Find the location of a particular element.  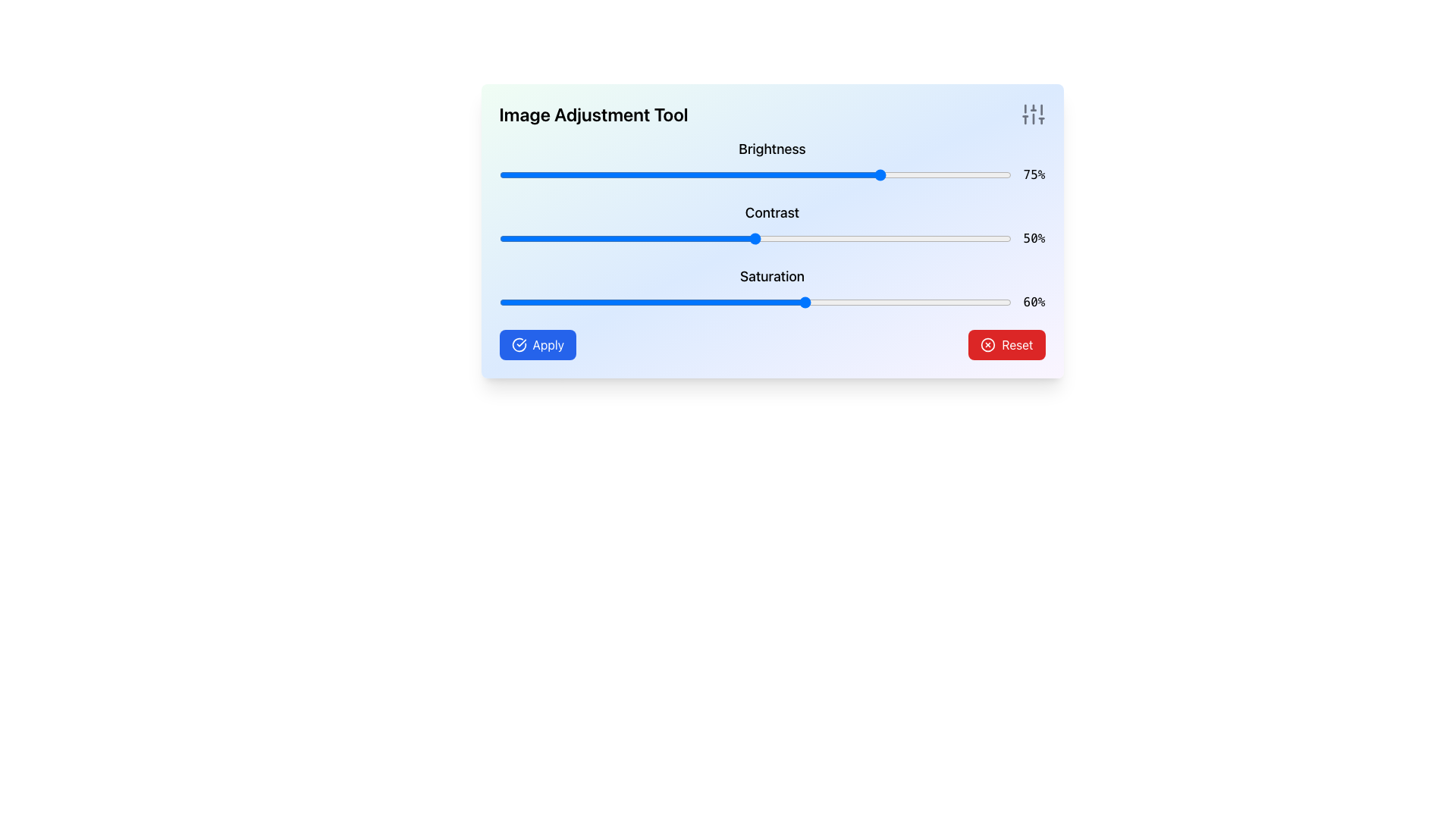

the saturation is located at coordinates (816, 302).